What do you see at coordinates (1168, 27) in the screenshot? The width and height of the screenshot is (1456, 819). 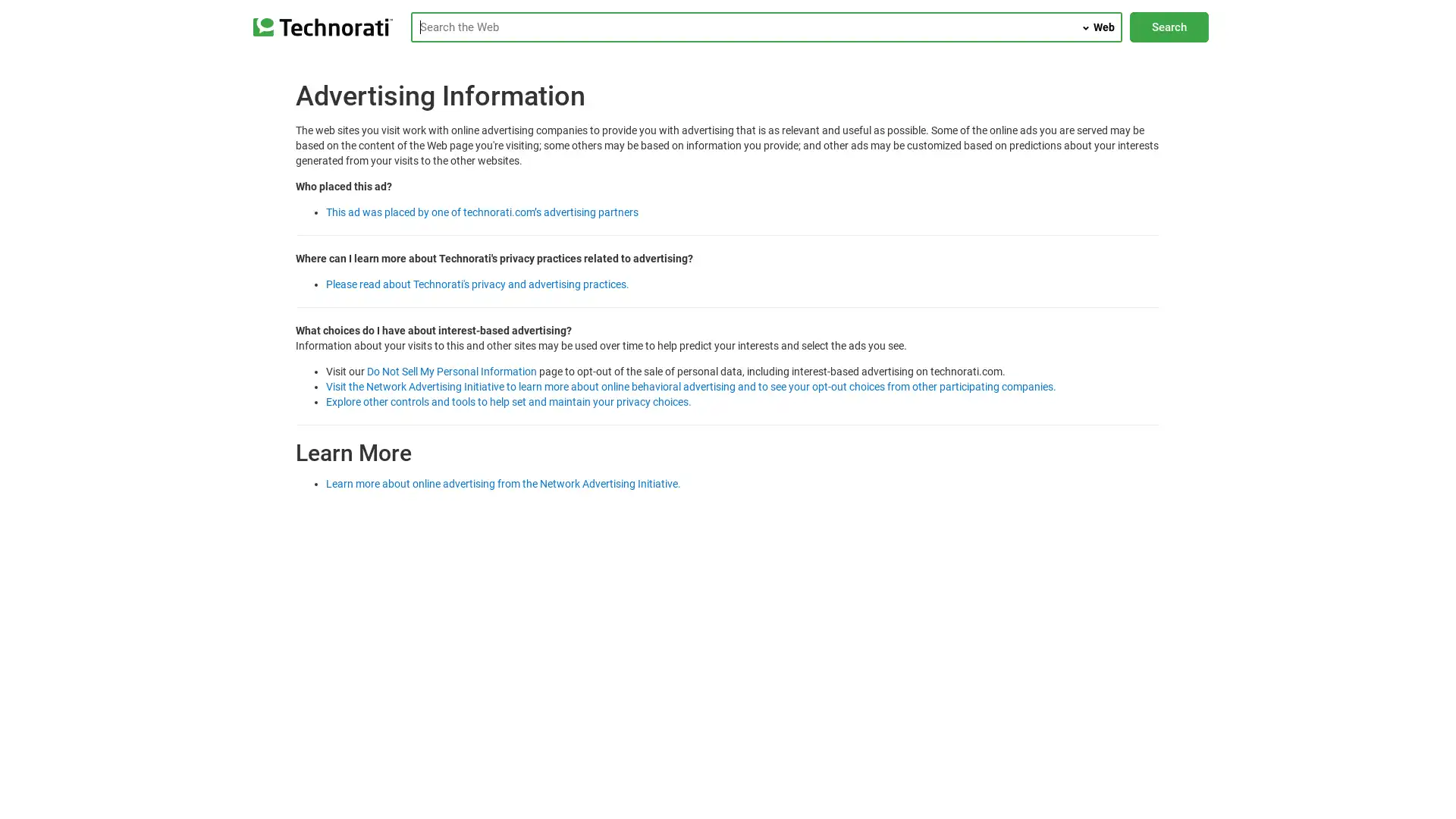 I see `Search` at bounding box center [1168, 27].